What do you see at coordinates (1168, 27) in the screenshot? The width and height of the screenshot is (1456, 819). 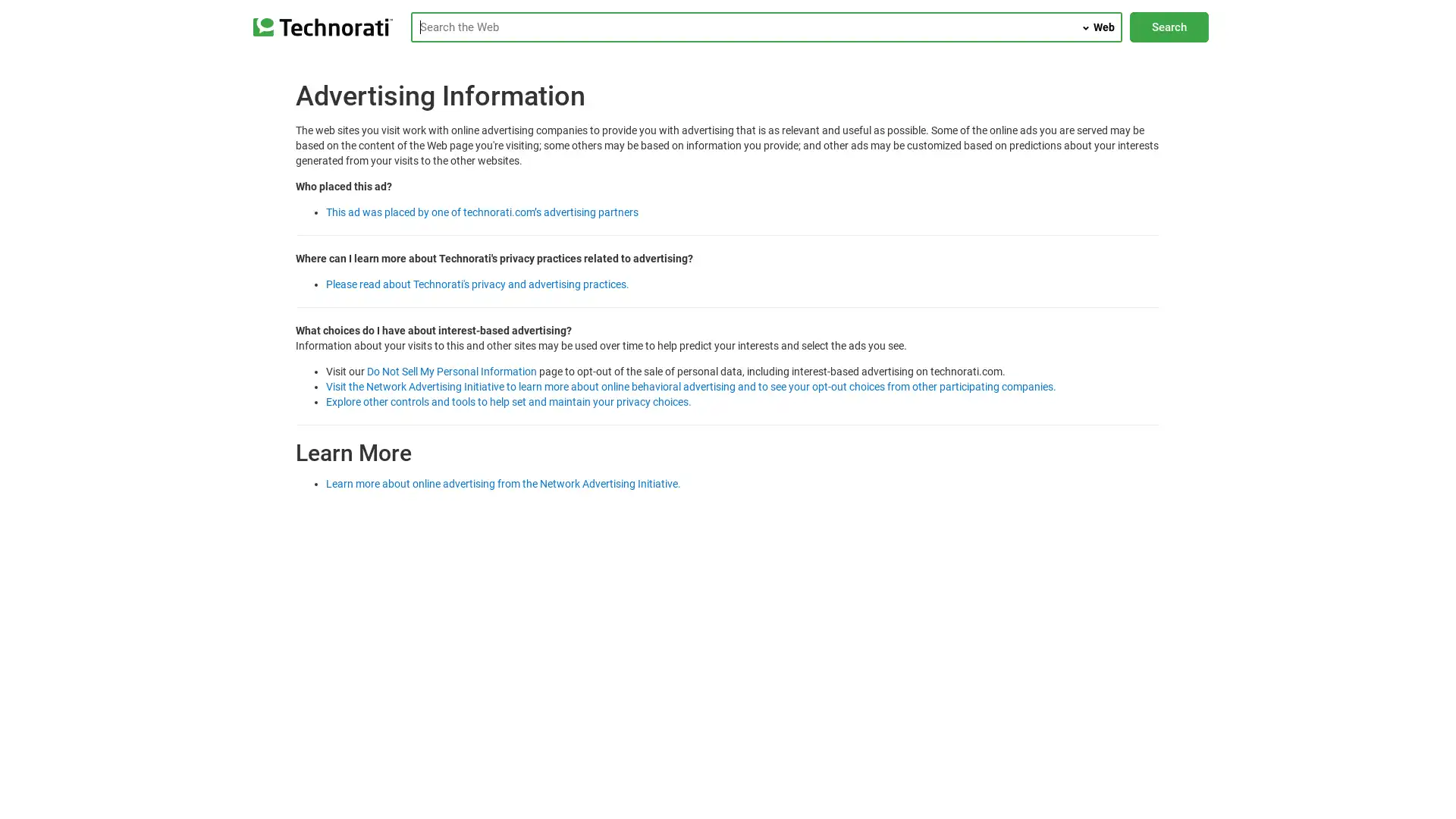 I see `Search` at bounding box center [1168, 27].